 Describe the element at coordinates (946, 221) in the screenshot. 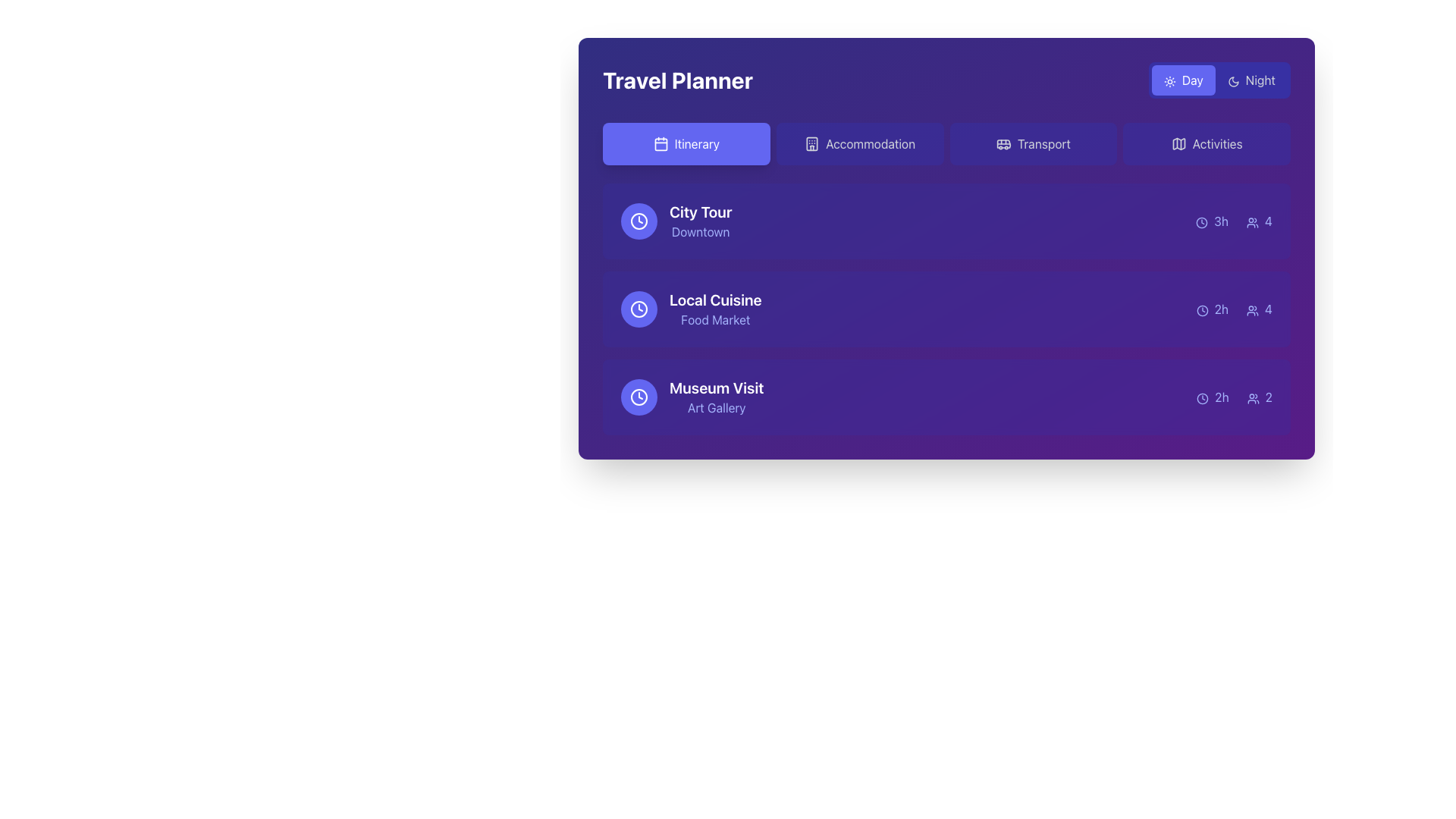

I see `the first row of the travel itinerary list that represents the 'City Tour' activity` at that location.